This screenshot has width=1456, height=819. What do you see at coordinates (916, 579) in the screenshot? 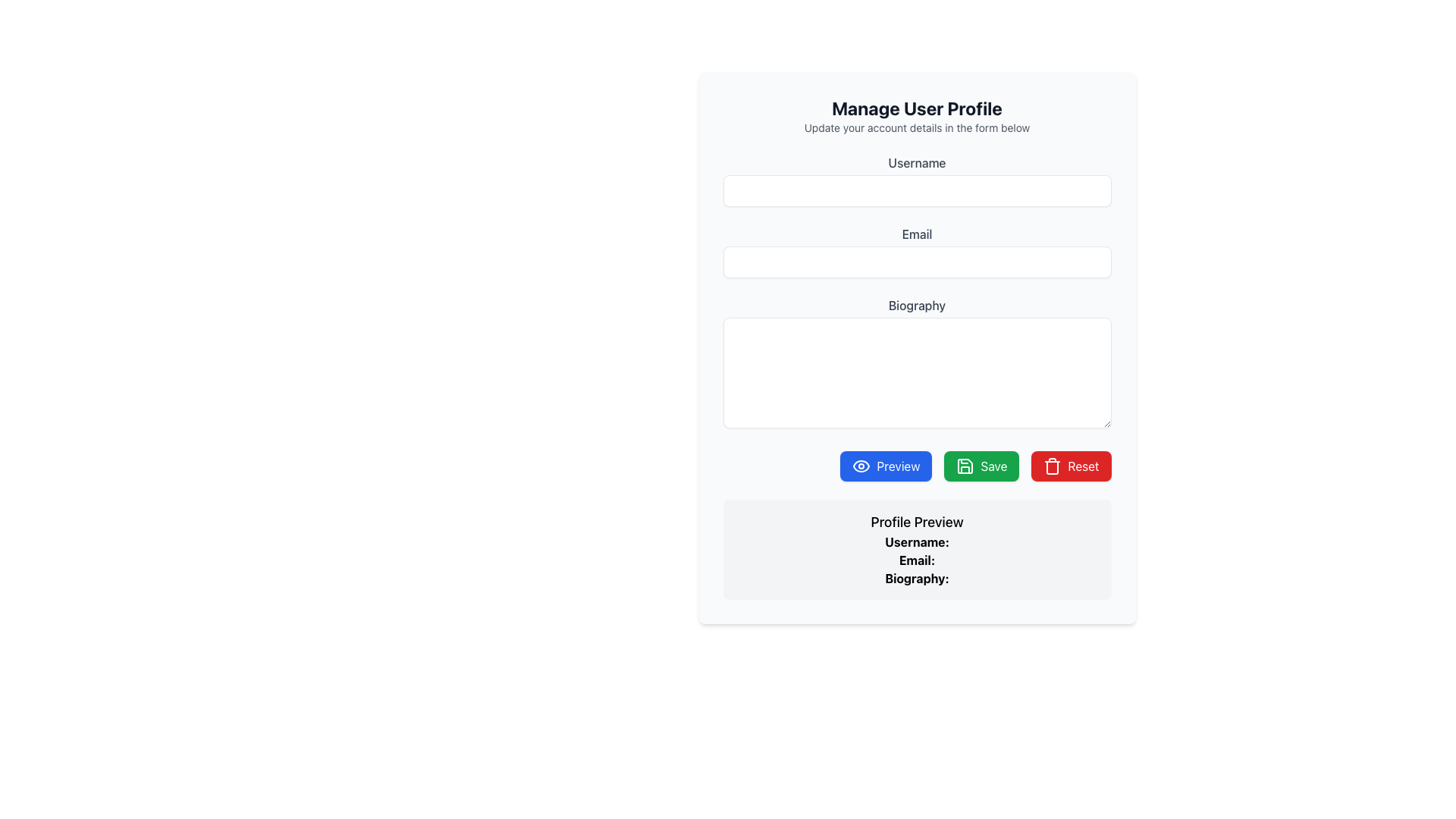
I see `the 'Biography:' label in the 'Profile Preview' section` at bounding box center [916, 579].